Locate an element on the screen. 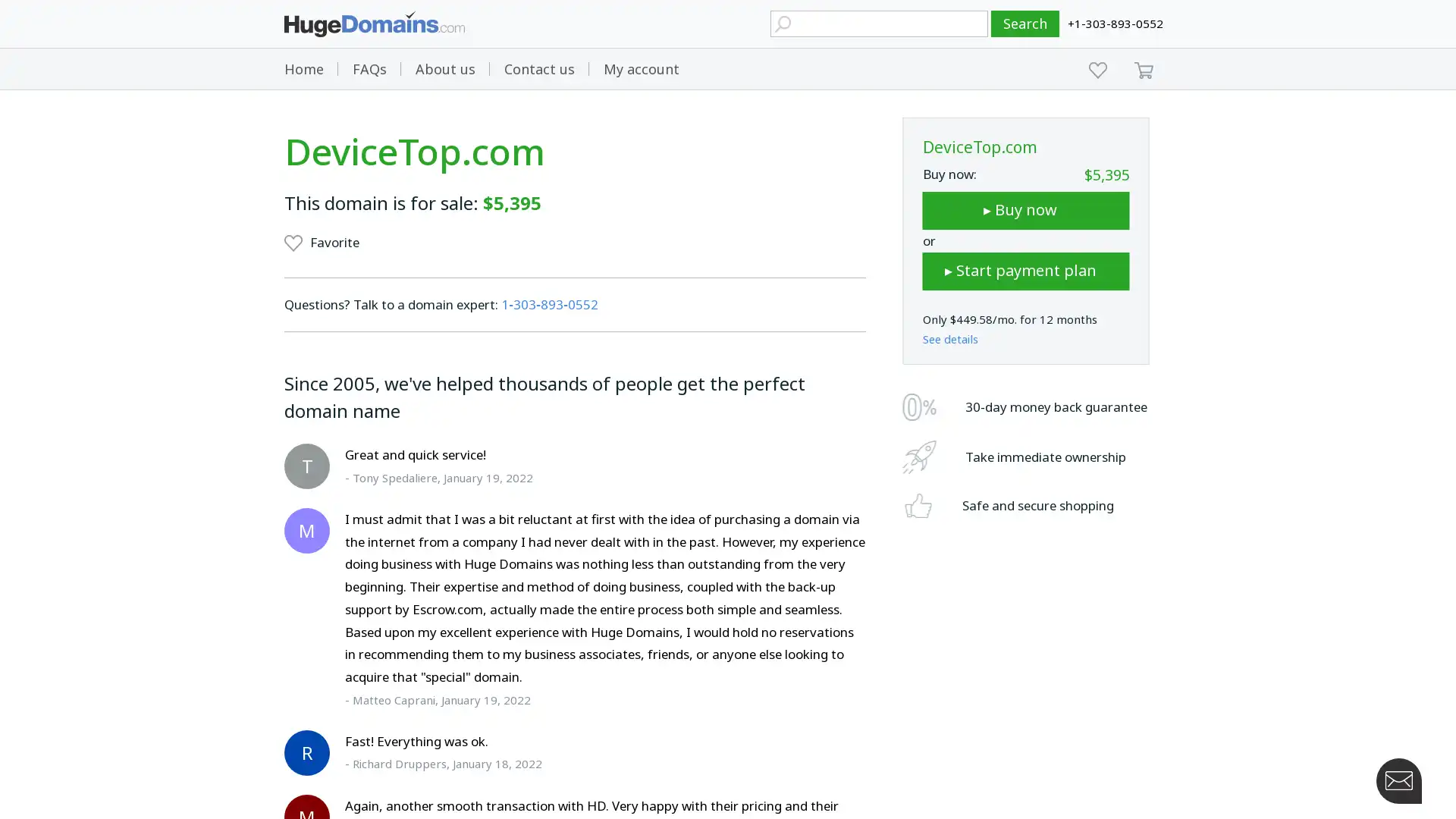  Search is located at coordinates (1025, 24).